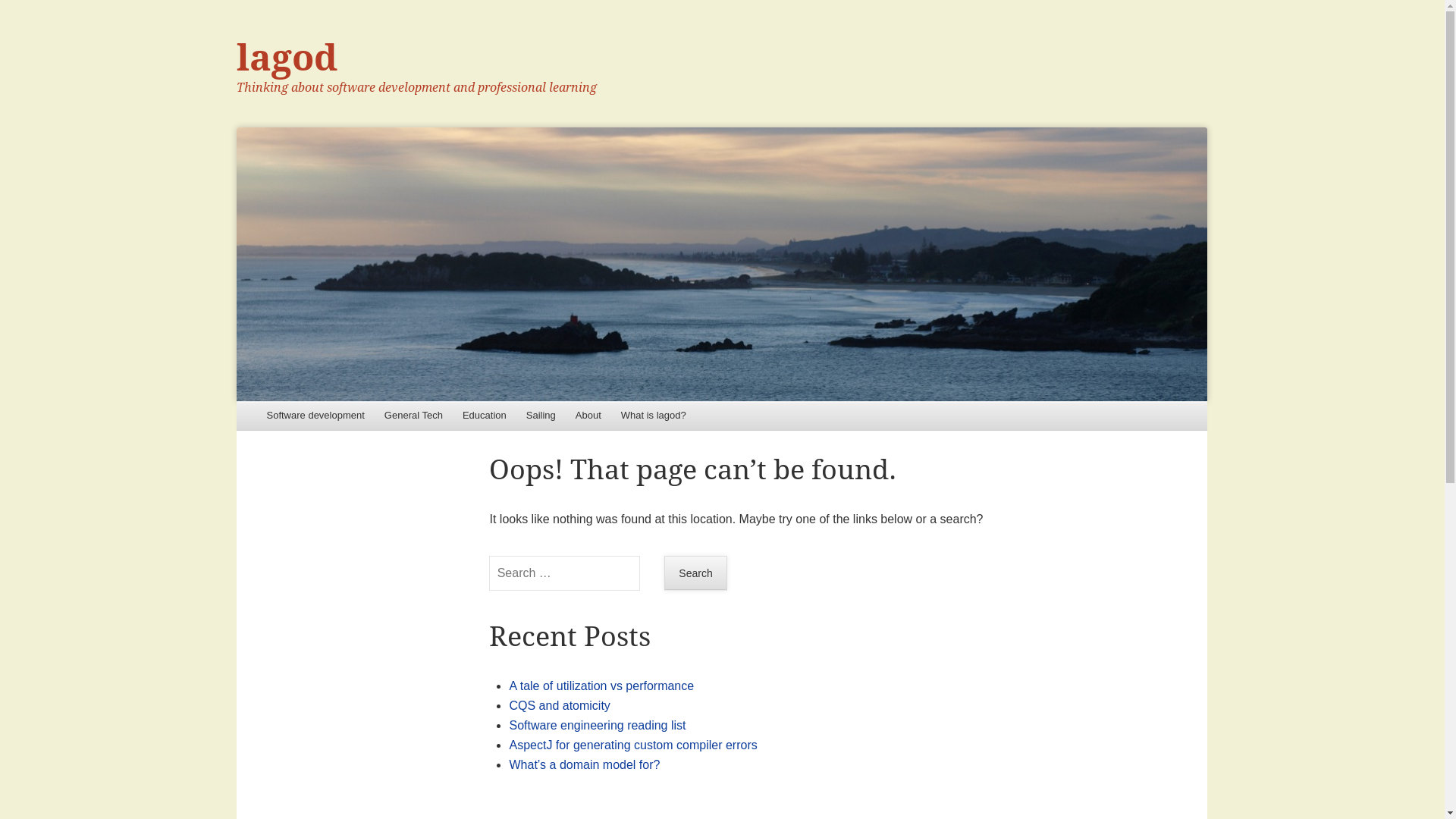 The image size is (1456, 819). I want to click on 'Search', so click(695, 573).